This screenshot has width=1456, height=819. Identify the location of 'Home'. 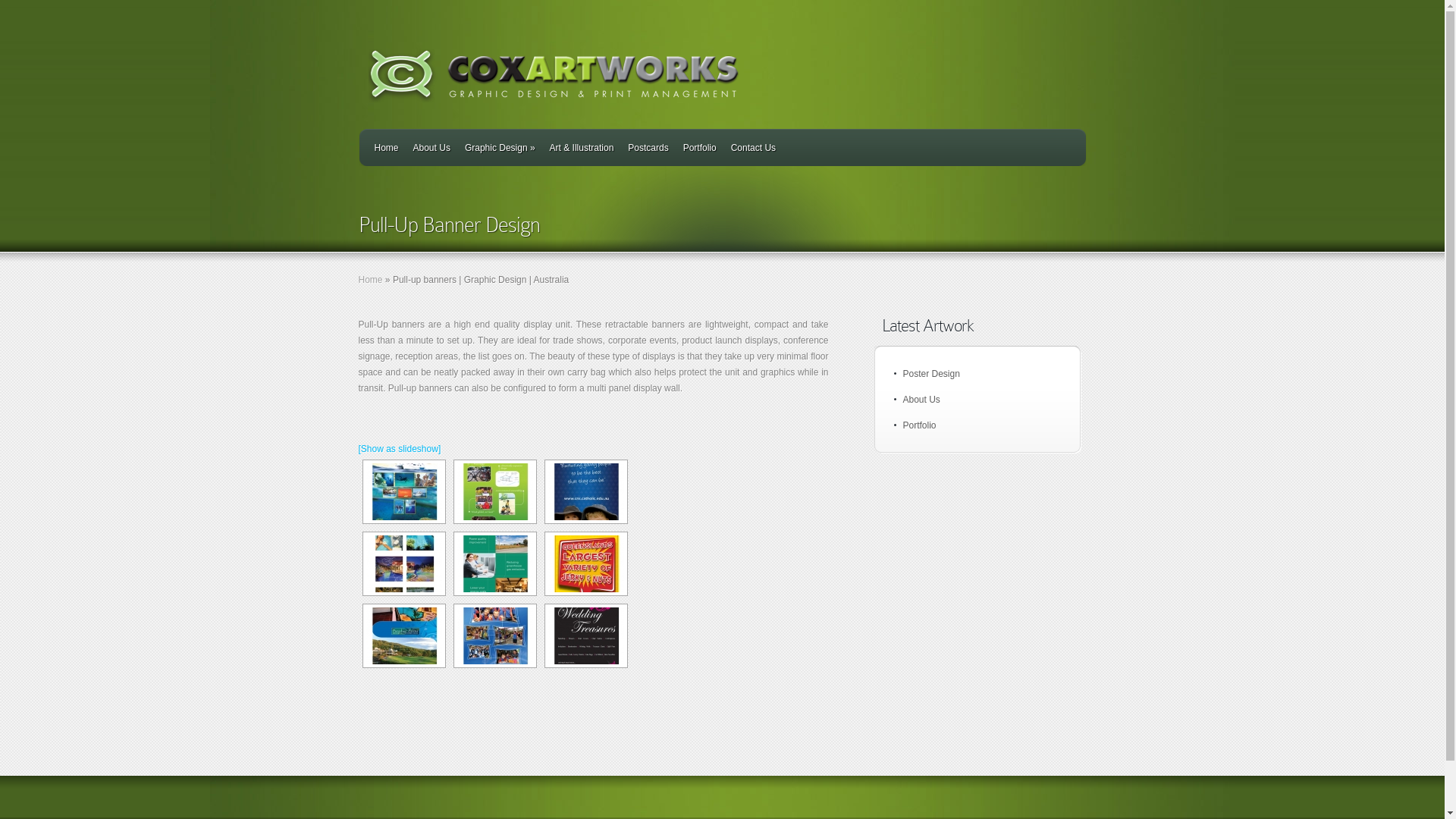
(370, 280).